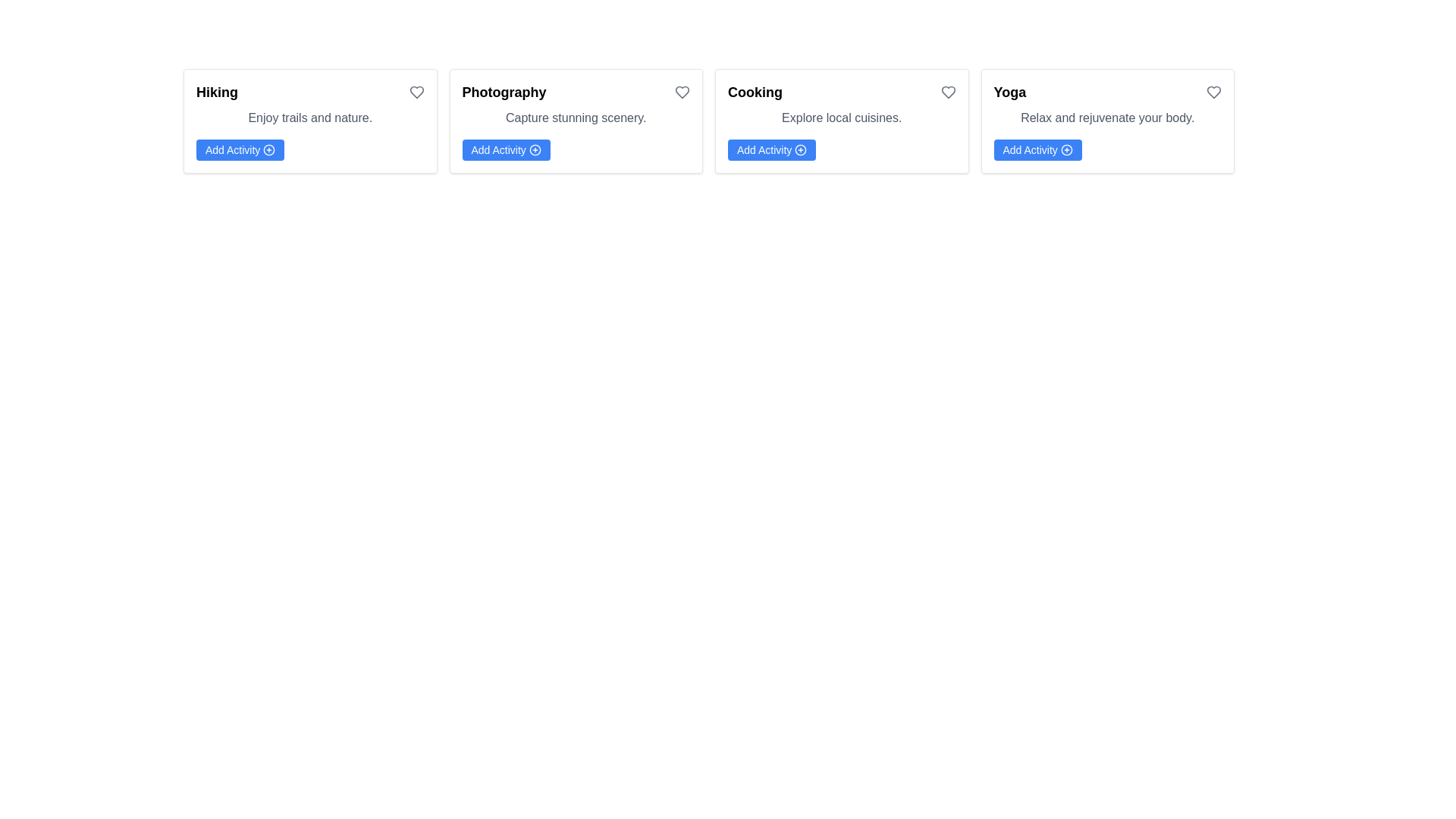  What do you see at coordinates (841, 117) in the screenshot?
I see `the Text label that provides a brief description for the 'Cooking' activity, located directly below the title 'Cooking' and above the 'Add Activity' button` at bounding box center [841, 117].